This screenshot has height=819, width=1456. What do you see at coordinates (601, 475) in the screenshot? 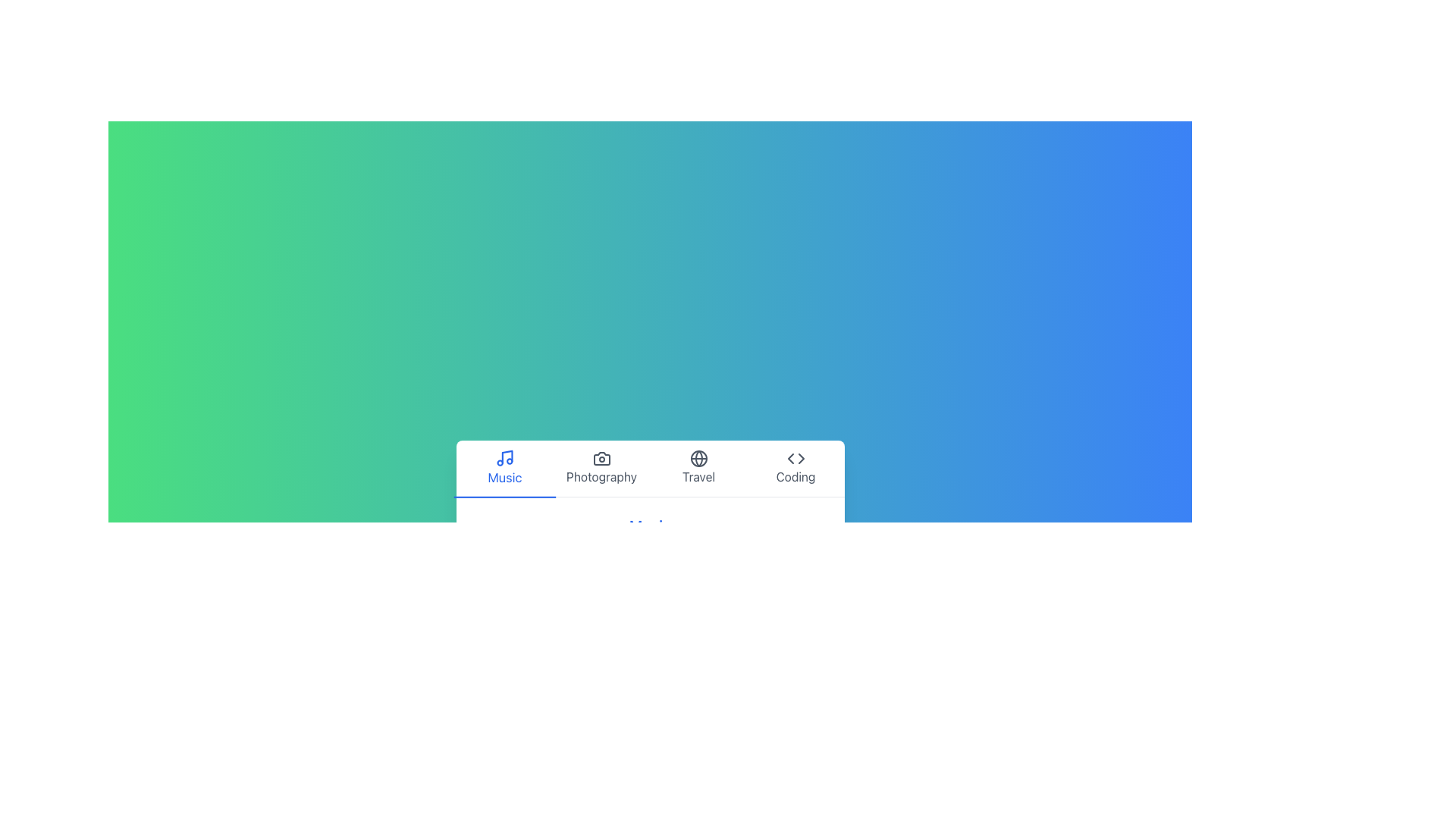
I see `the text label displaying 'Photography', which is part of the navigation bar positioned below the camera icon` at bounding box center [601, 475].